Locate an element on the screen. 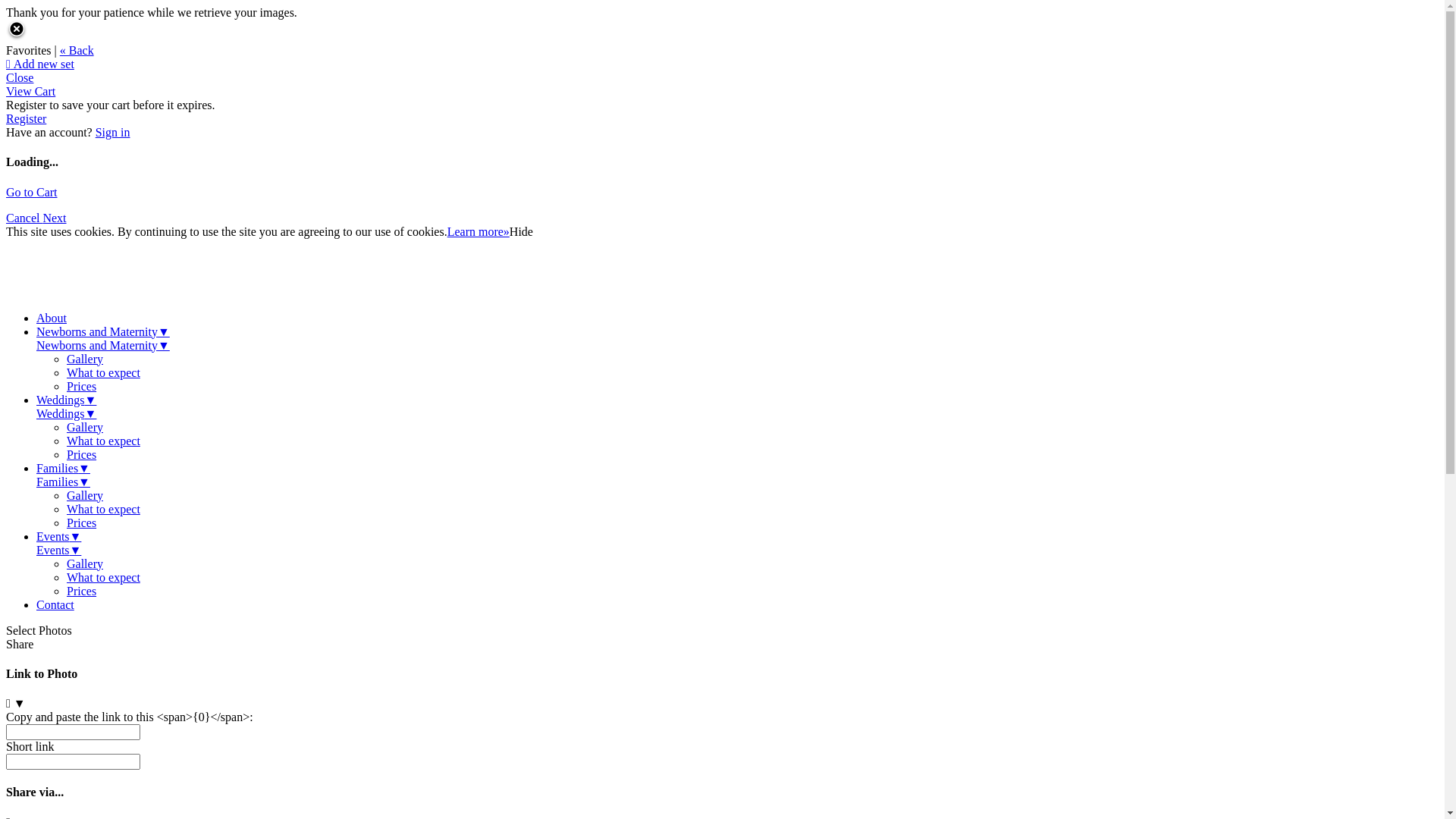 The height and width of the screenshot is (819, 1456). 'Gallery' is located at coordinates (83, 359).